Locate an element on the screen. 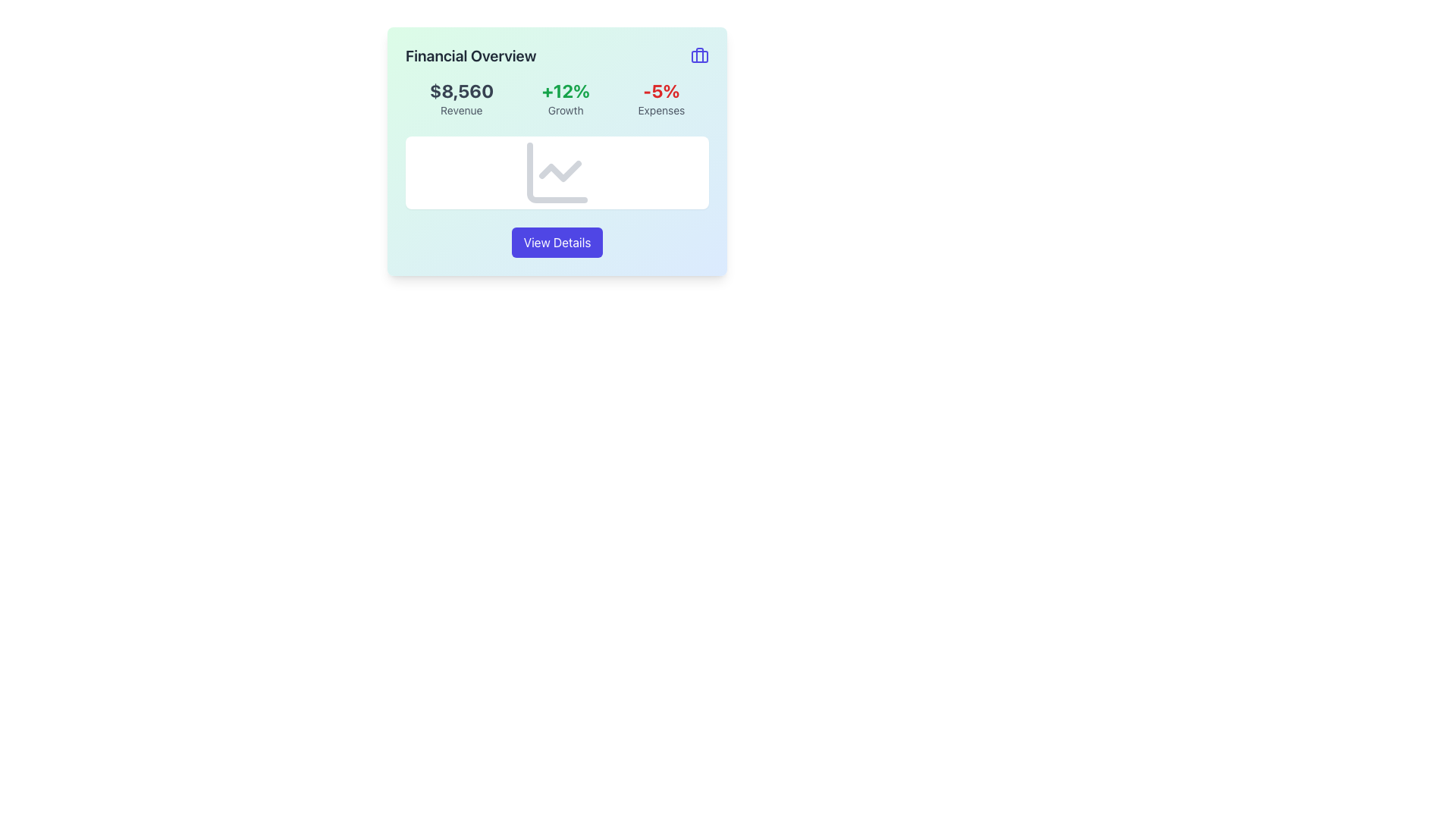 This screenshot has height=819, width=1456. the decorative SVG graphic that represents a zig-zag line in the financial data overview, located centrally within the box, below the growth and revenue labels, and above the 'View Details' button is located at coordinates (560, 171).